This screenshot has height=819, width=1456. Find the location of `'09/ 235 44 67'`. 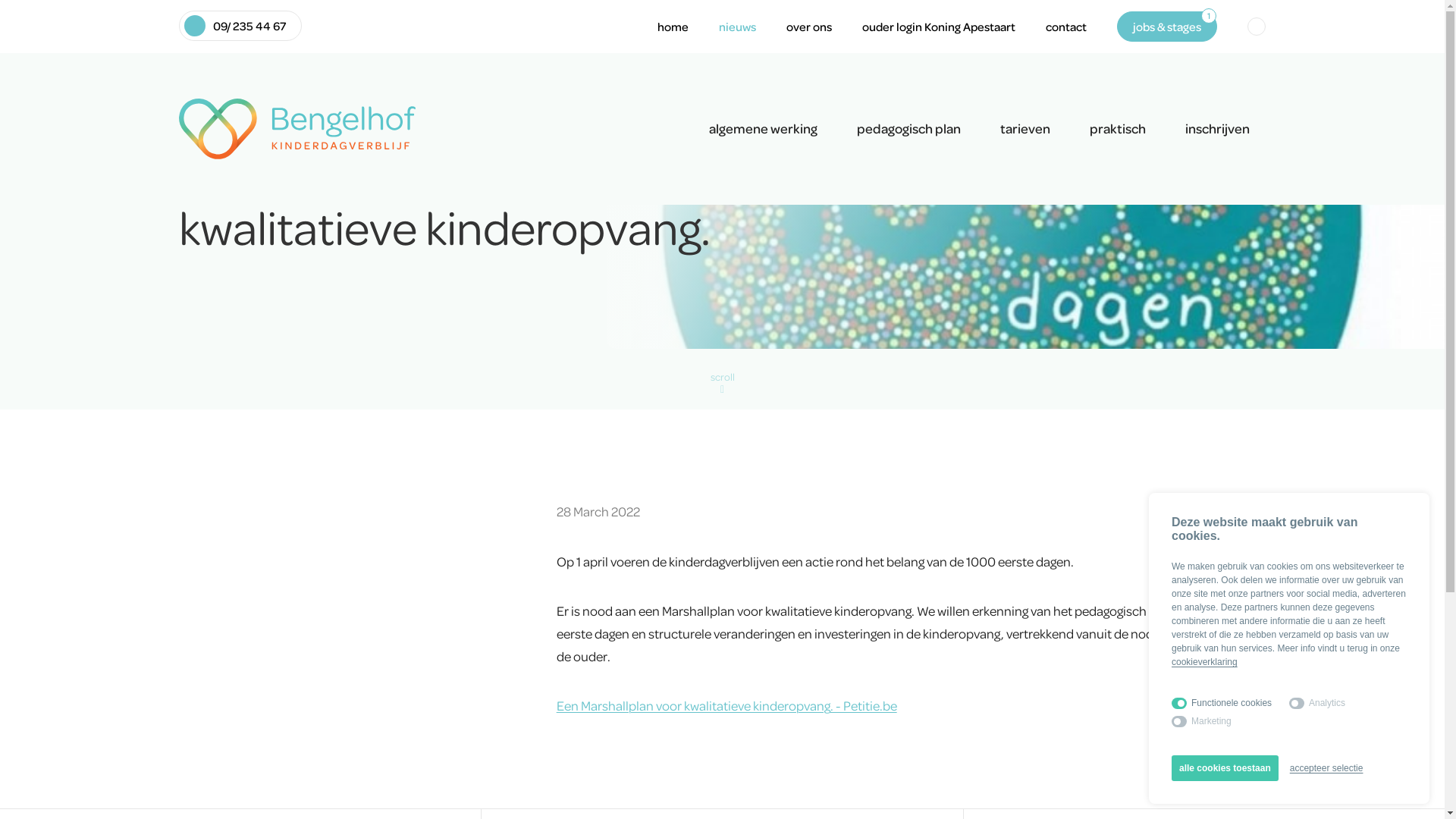

'09/ 235 44 67' is located at coordinates (178, 26).